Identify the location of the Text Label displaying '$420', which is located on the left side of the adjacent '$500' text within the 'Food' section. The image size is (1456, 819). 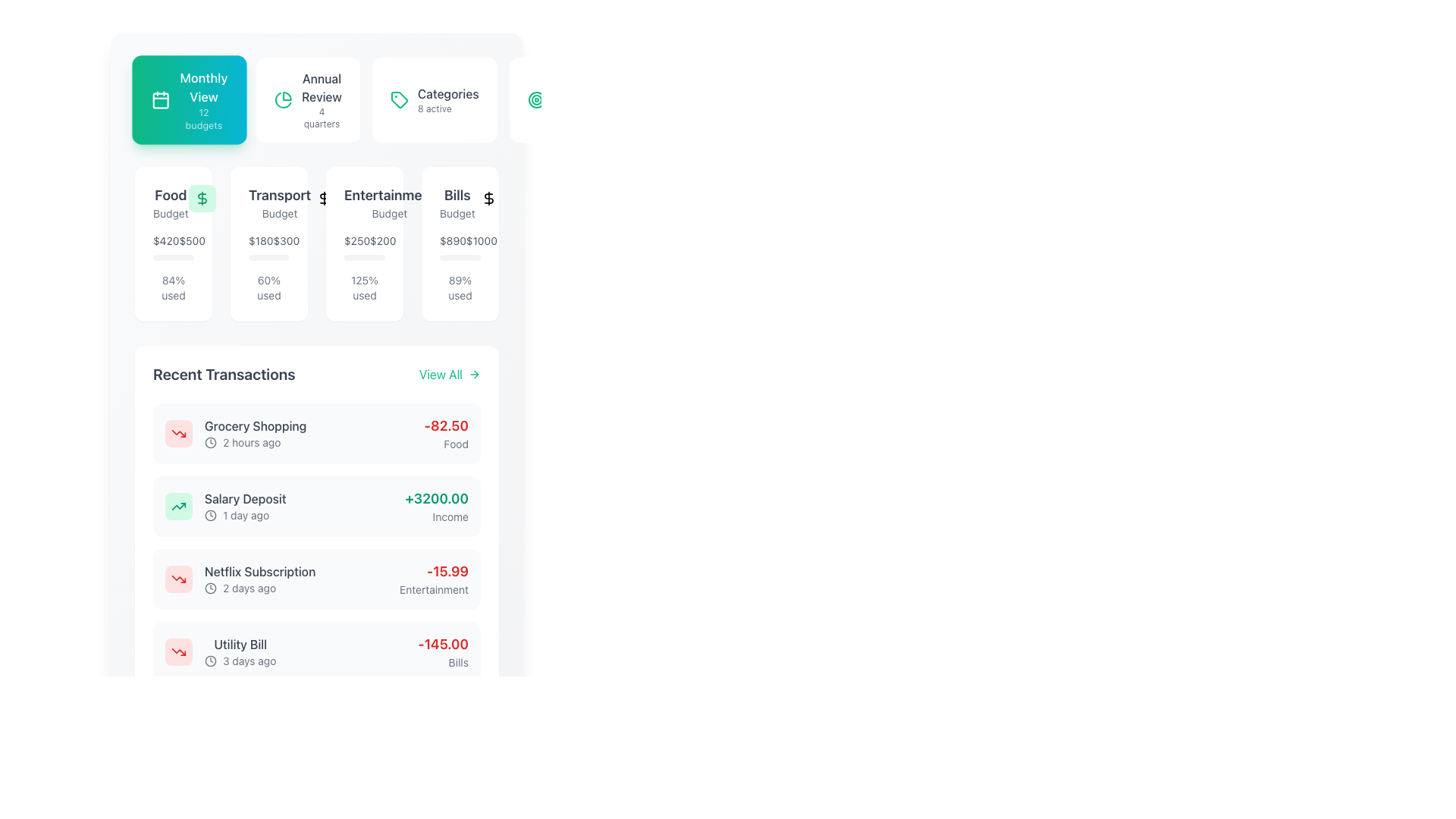
(166, 240).